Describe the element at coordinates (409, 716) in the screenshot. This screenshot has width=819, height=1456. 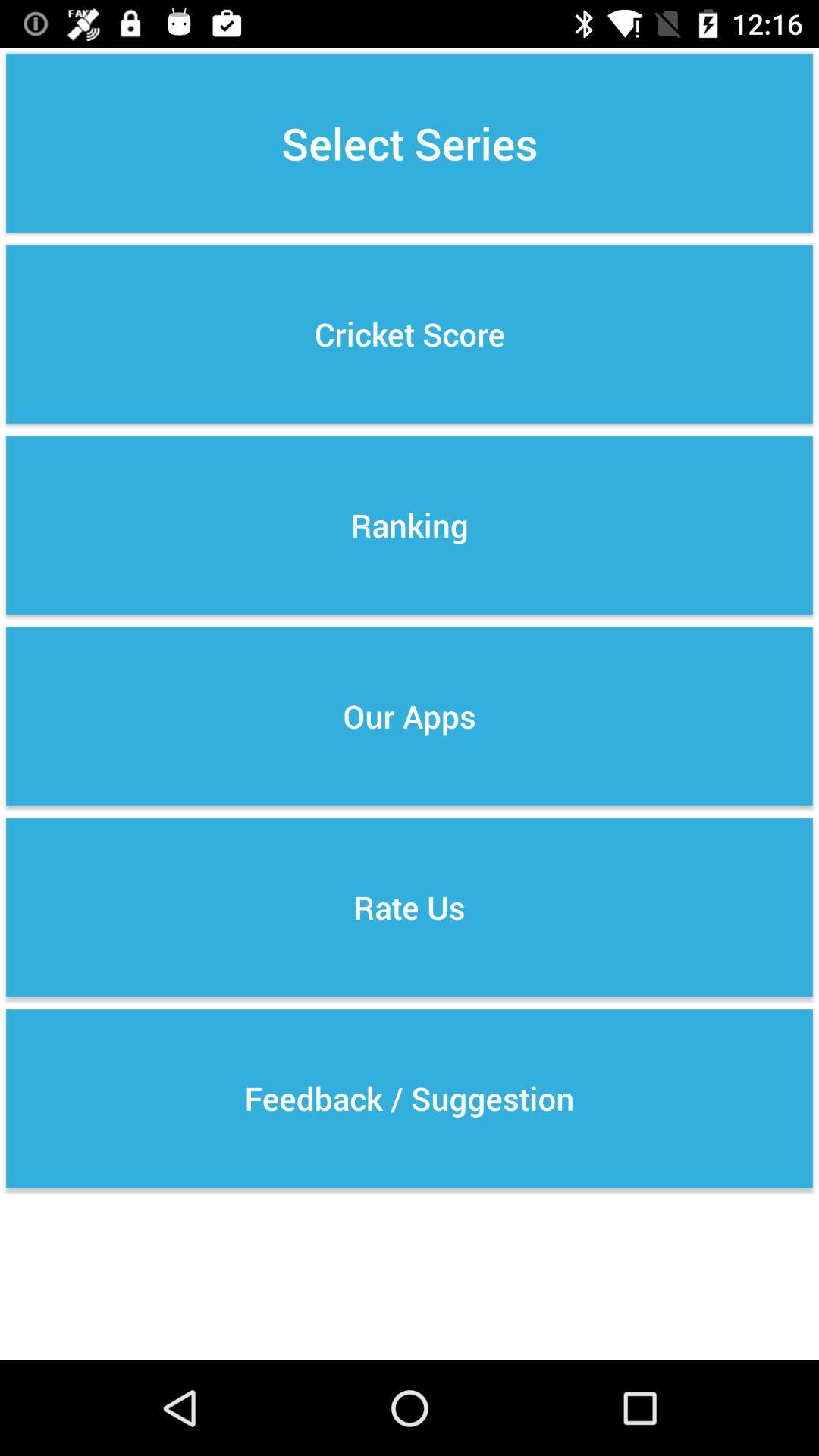
I see `the our apps item` at that location.